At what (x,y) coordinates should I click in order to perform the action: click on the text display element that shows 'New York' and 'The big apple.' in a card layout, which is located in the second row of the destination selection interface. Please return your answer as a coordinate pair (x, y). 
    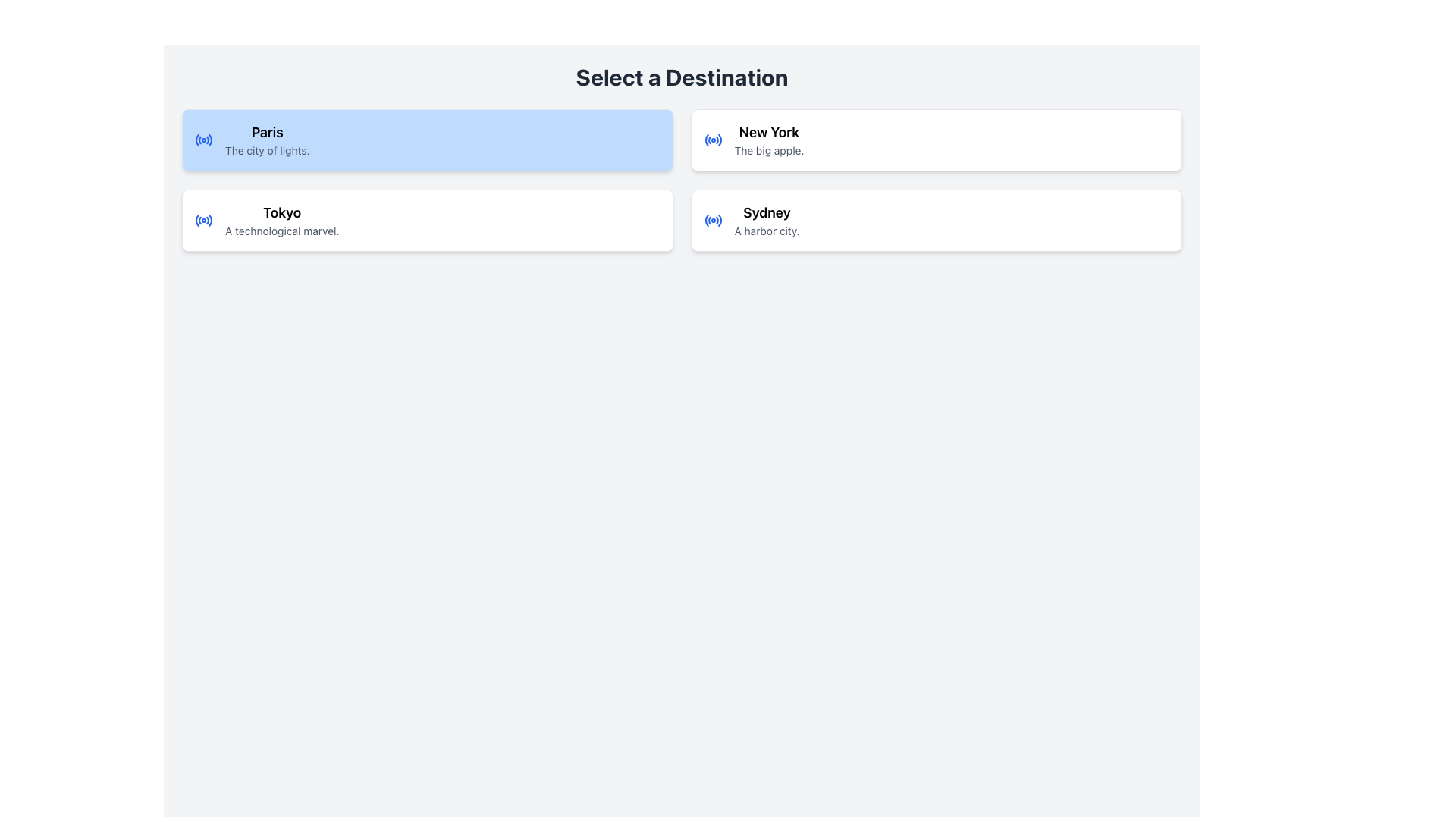
    Looking at the image, I should click on (769, 140).